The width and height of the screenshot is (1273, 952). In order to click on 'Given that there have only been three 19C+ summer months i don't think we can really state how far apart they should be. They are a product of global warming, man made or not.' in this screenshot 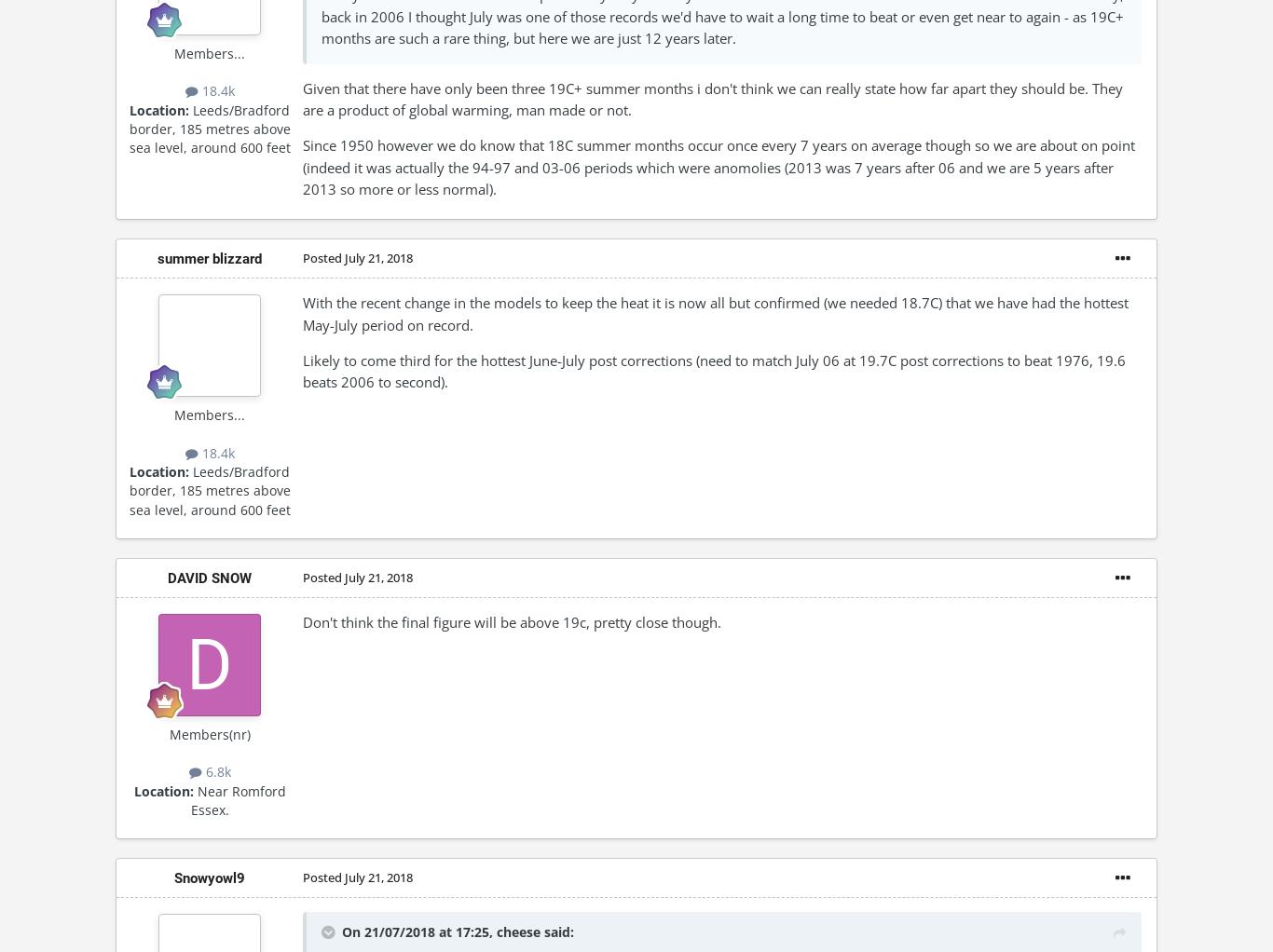, I will do `click(712, 98)`.